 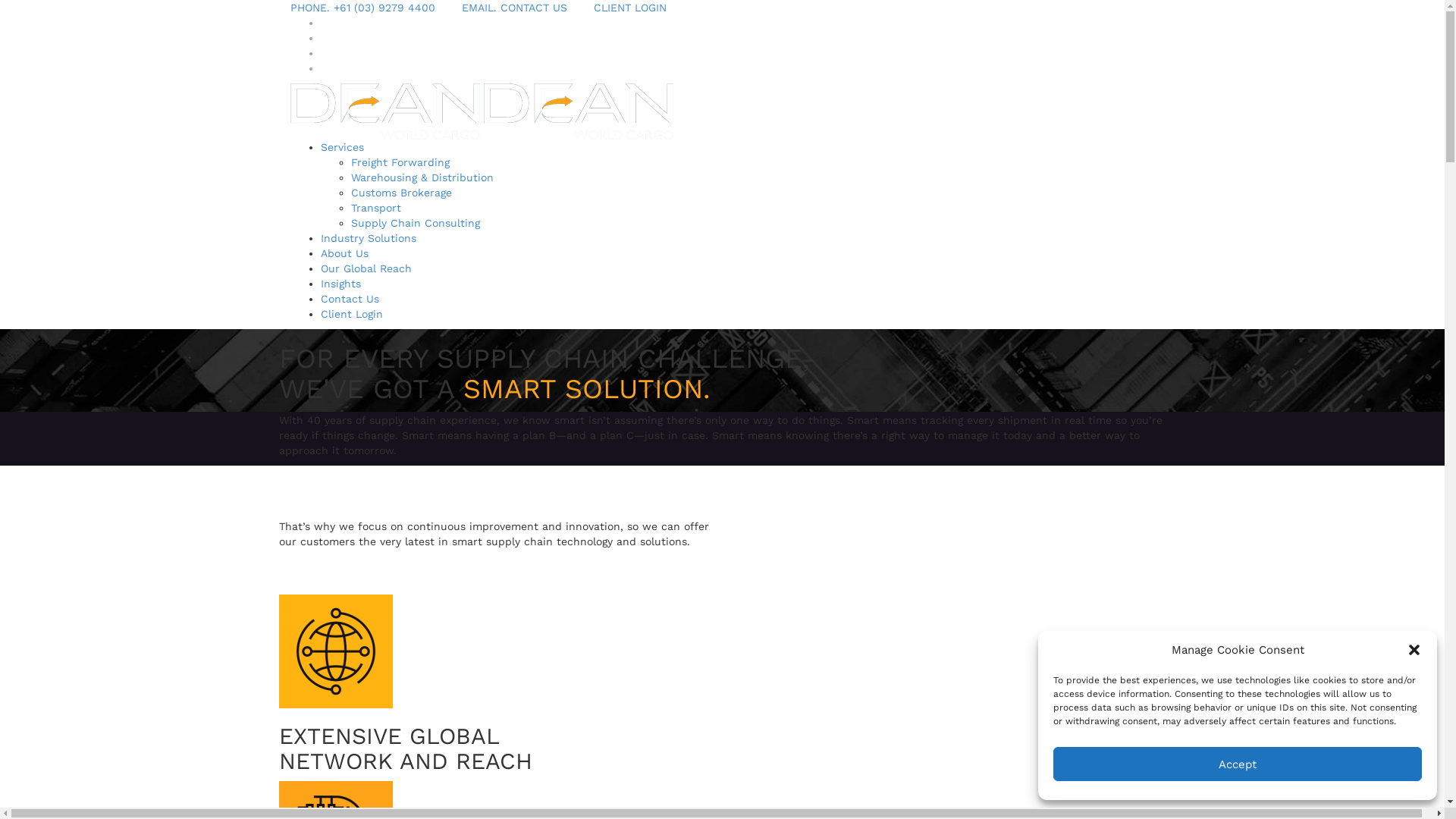 What do you see at coordinates (367, 237) in the screenshot?
I see `'Industry Solutions'` at bounding box center [367, 237].